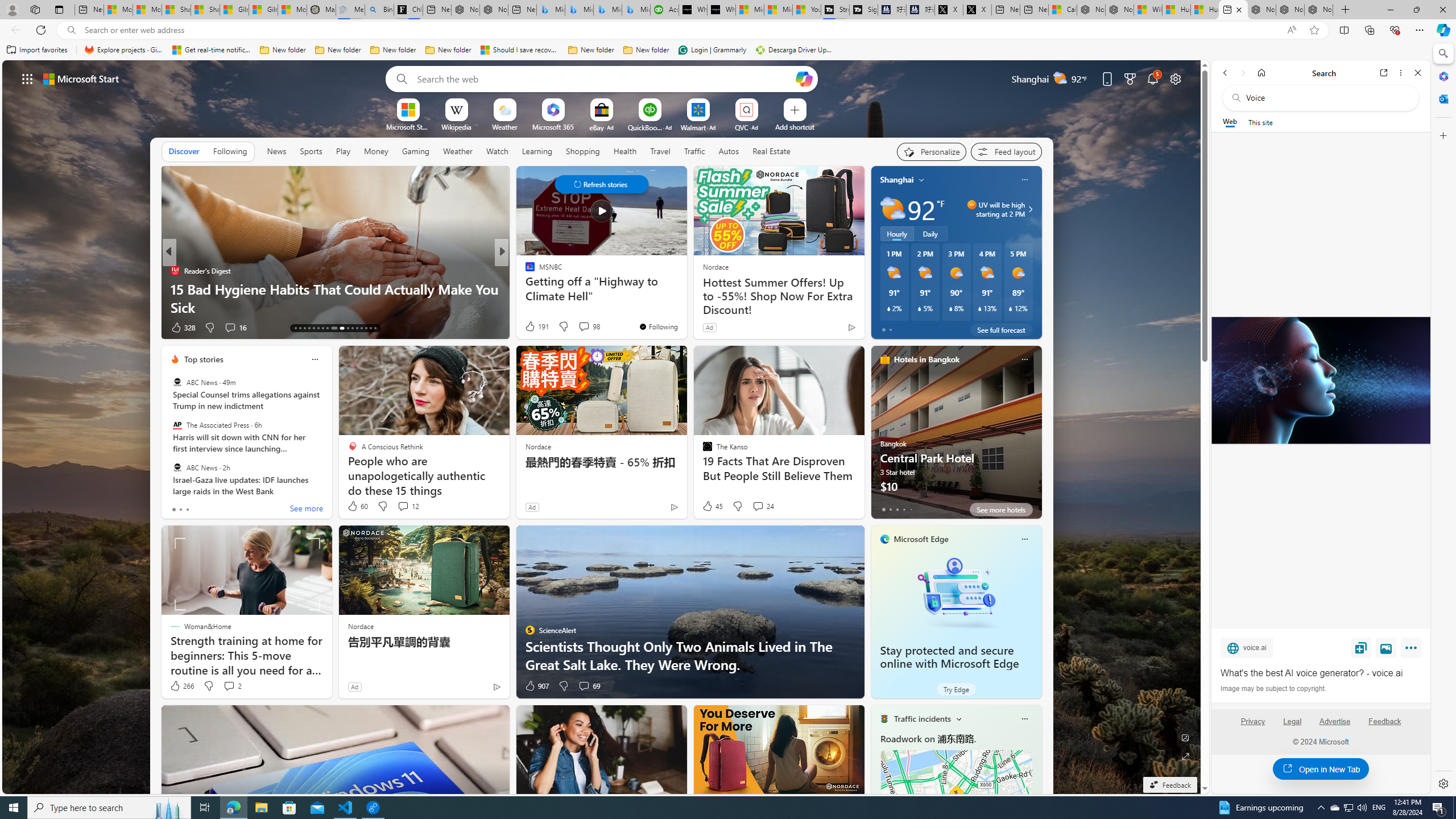 The image size is (1456, 819). I want to click on 'The Why Files', so click(524, 270).